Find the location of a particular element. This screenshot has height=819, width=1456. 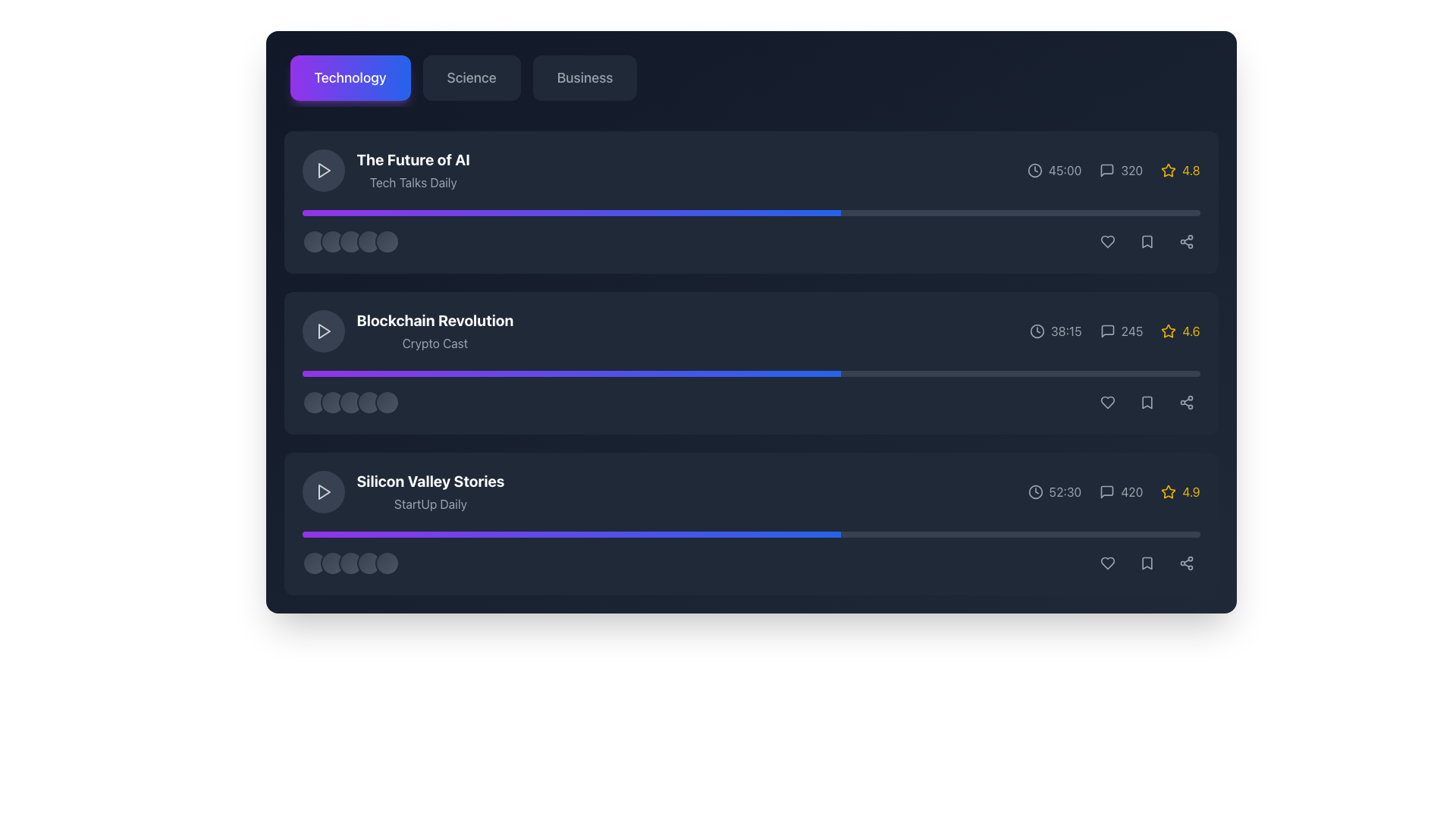

the 'Technology' button, which is a horizontally rectangular button with a gradient background from purple to blue and white bold text is located at coordinates (349, 78).